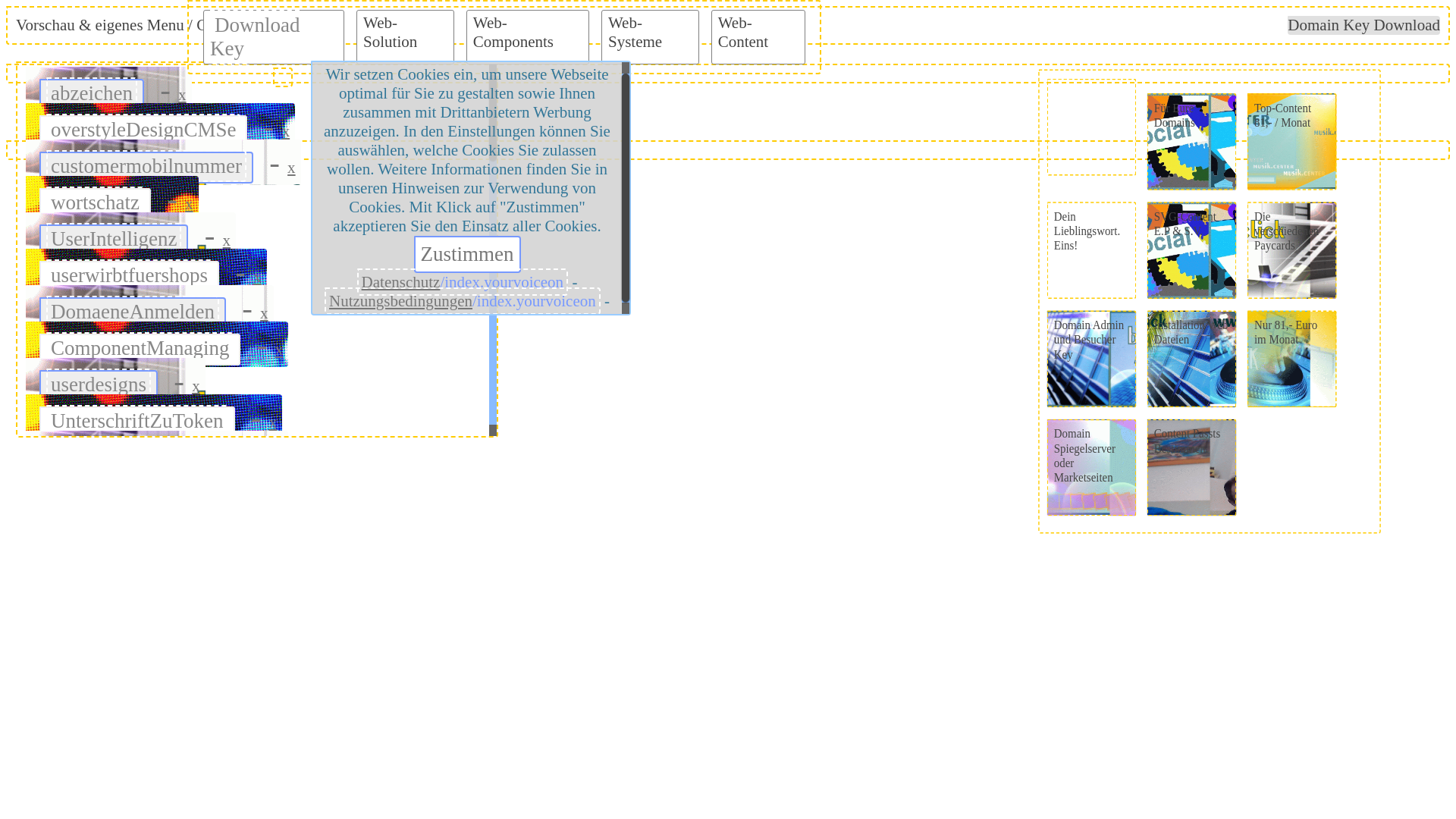 This screenshot has height=819, width=1456. Describe the element at coordinates (140, 348) in the screenshot. I see `'ComponentManaging'` at that location.